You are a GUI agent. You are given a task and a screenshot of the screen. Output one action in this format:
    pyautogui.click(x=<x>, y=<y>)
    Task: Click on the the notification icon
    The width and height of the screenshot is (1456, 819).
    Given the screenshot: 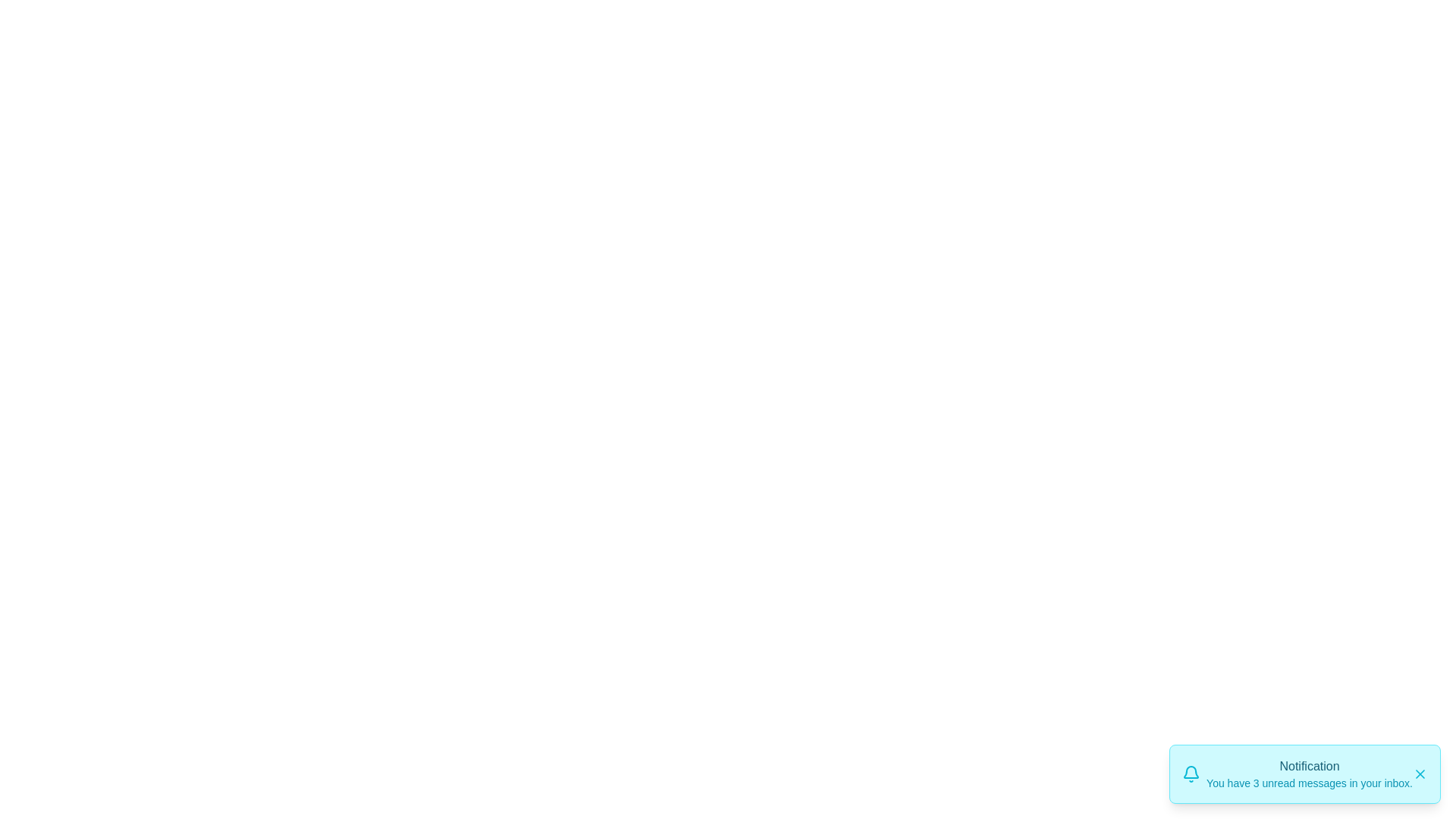 What is the action you would take?
    pyautogui.click(x=1190, y=774)
    